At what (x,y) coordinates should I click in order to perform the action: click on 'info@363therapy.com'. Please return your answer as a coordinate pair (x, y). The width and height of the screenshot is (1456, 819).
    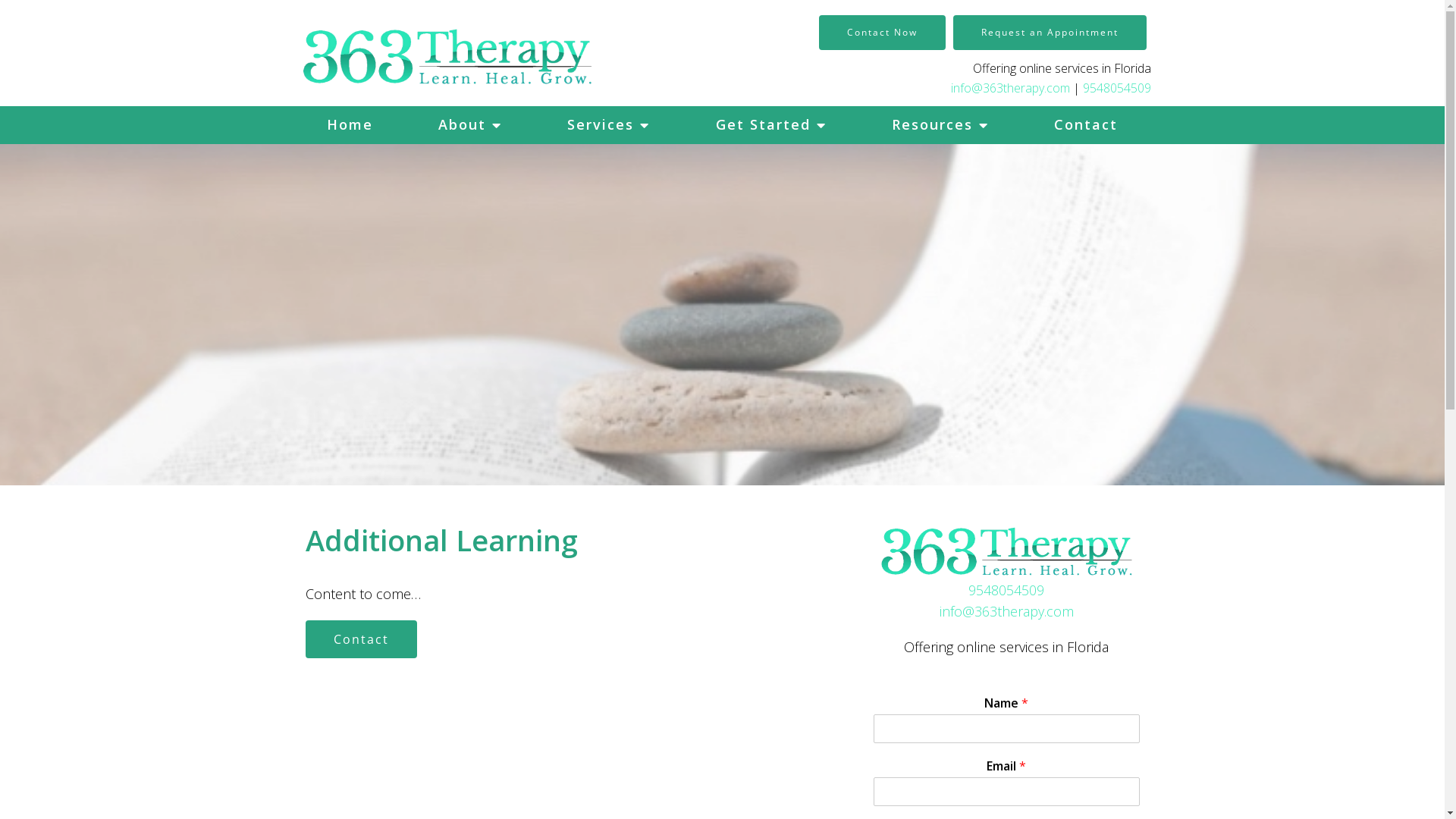
    Looking at the image, I should click on (1010, 87).